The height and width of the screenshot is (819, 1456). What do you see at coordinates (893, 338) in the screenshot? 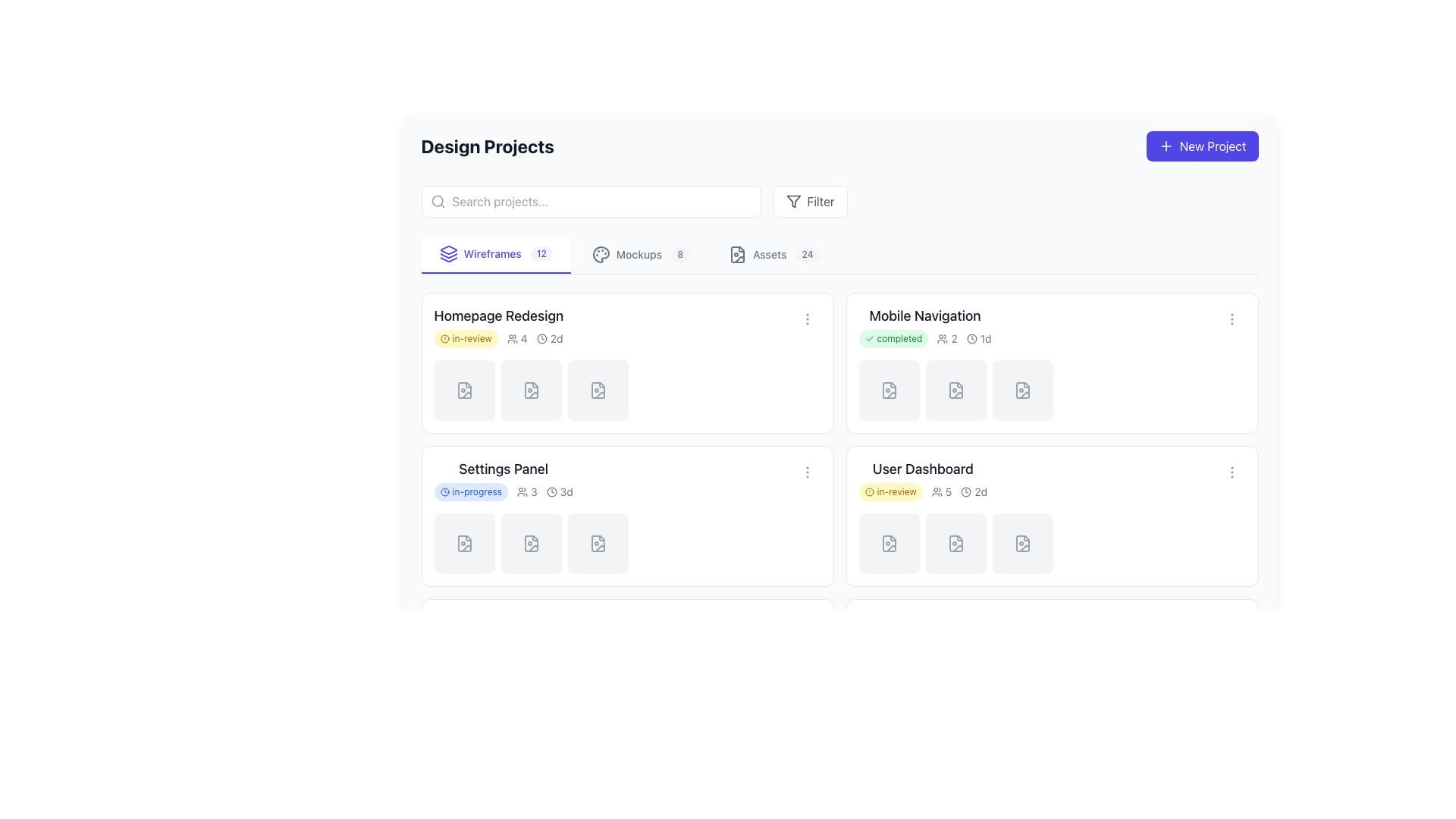
I see `the badge indicating 'completed' status in the top-right corner of the 'Mobile Navigation' design project to access adjacent elements` at bounding box center [893, 338].